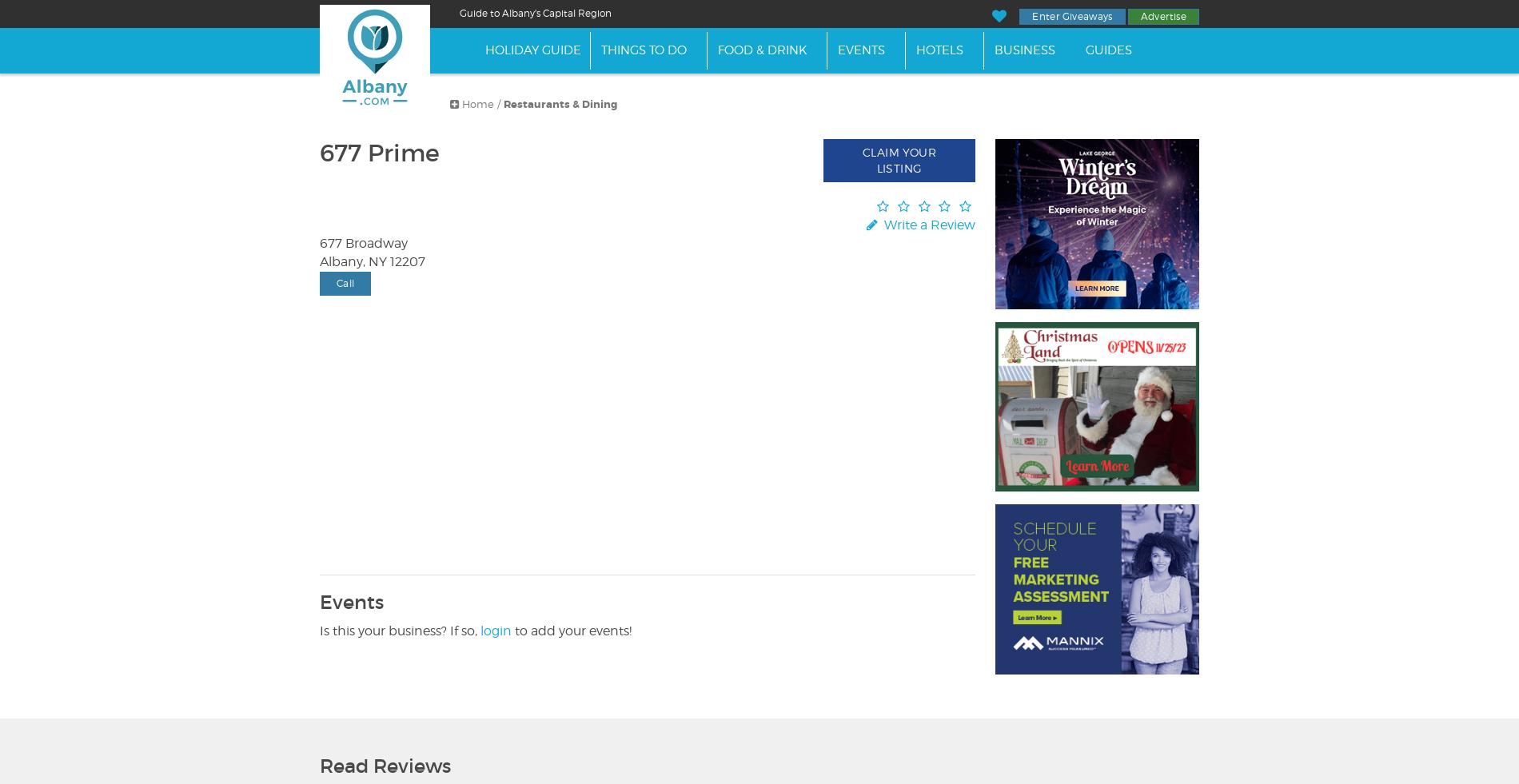  I want to click on 'Check Out These Top 5 Events in the Capital Region This Weekend', so click(950, 27).